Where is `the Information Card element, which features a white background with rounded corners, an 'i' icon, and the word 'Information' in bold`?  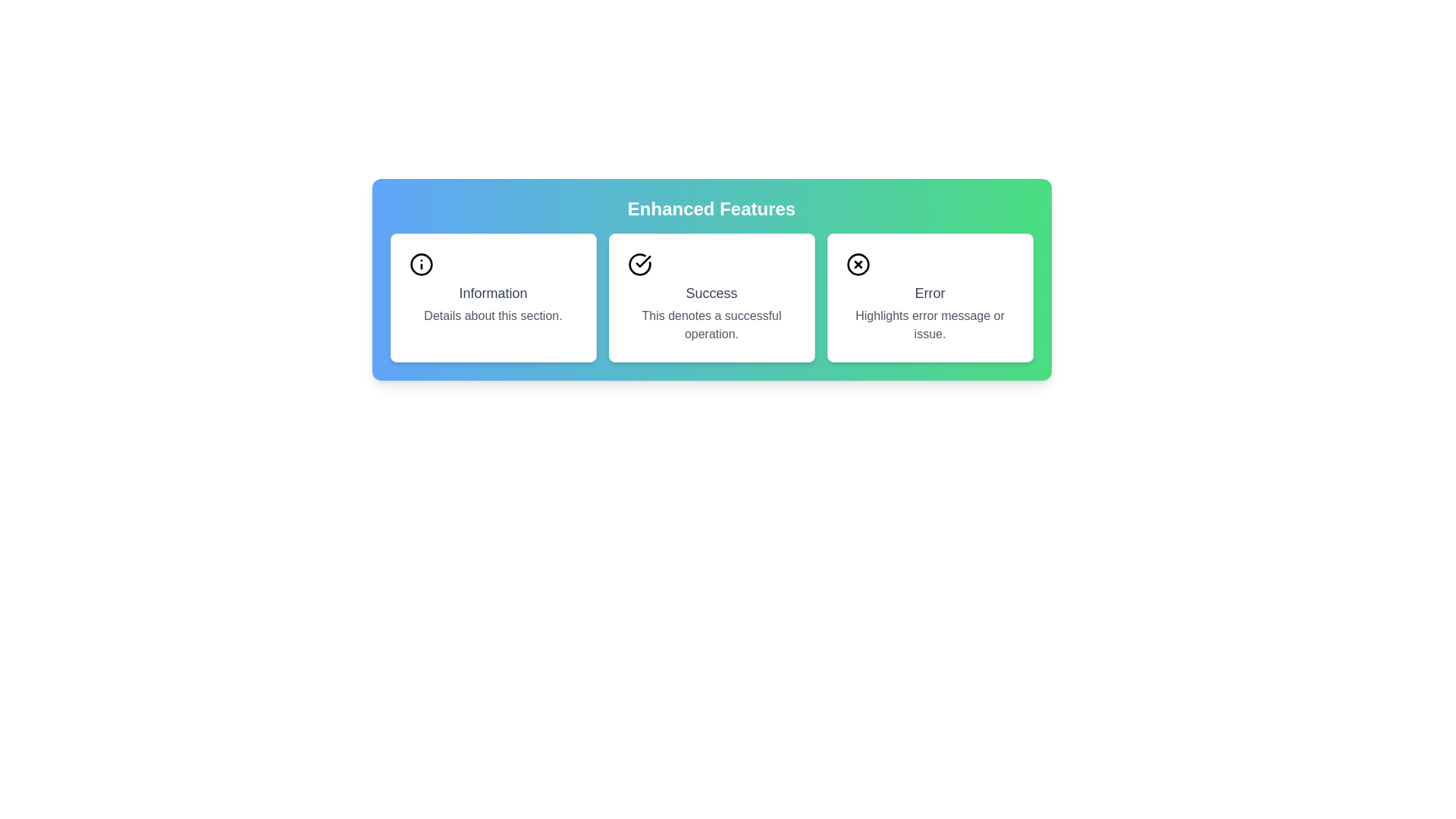 the Information Card element, which features a white background with rounded corners, an 'i' icon, and the word 'Information' in bold is located at coordinates (493, 298).